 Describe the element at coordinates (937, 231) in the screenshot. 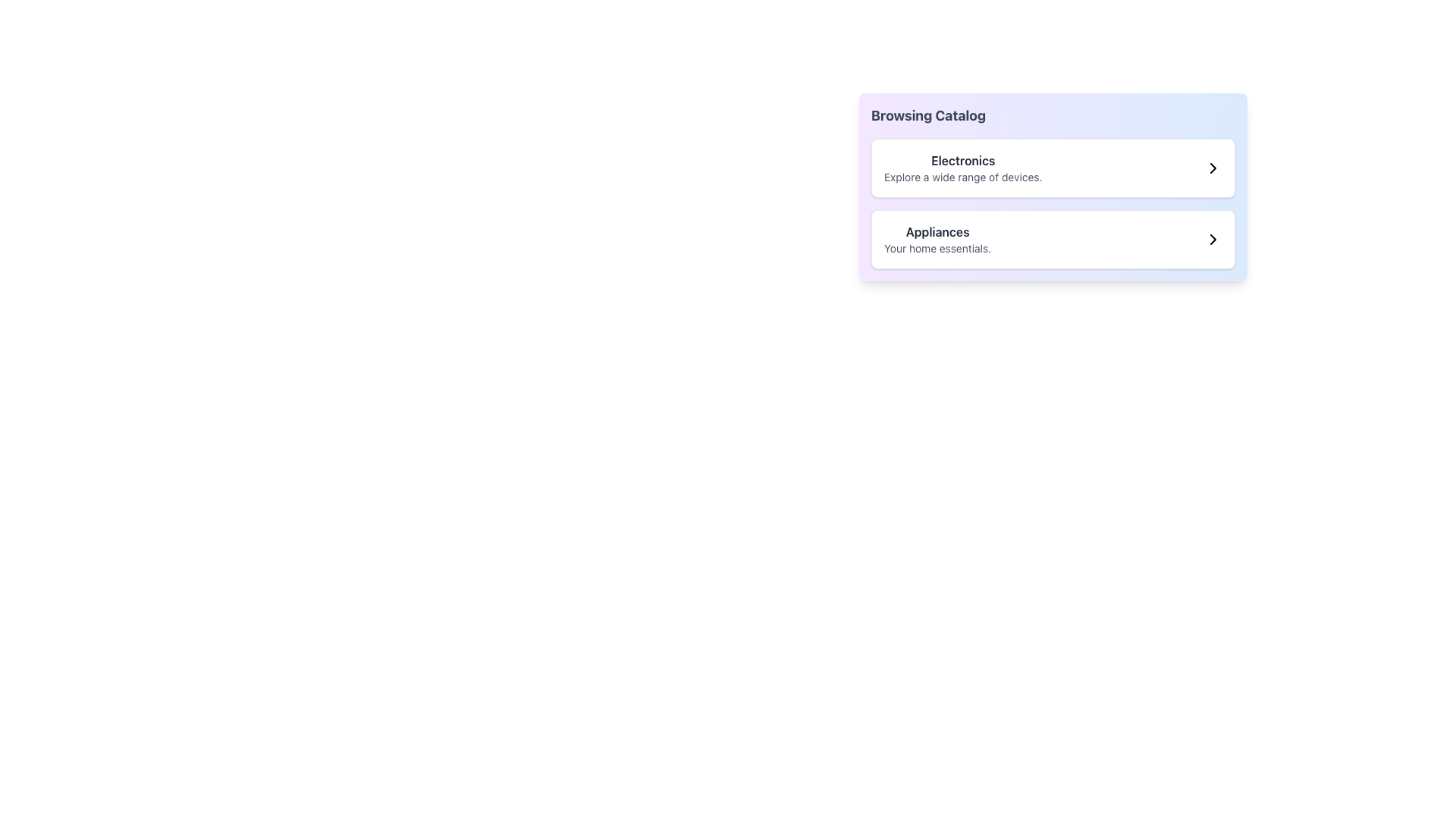

I see `text content of the 'Appliances' category title located within the content card under the 'Browsing Catalog' header, above the 'Your home essentials.' text` at that location.